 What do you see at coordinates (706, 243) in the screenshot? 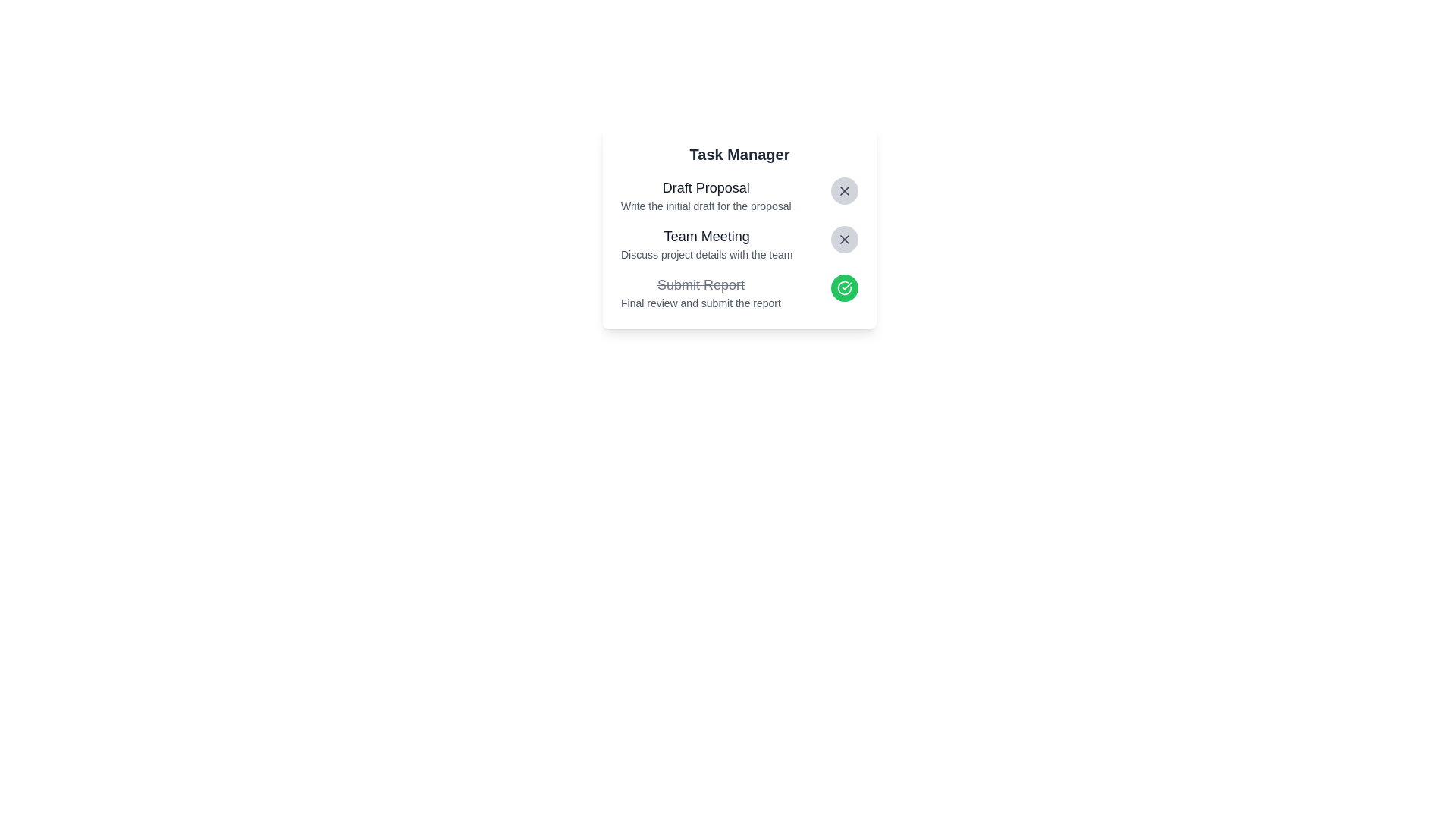
I see `the text label that displays 'Team Meeting' and 'Discuss project details with the team', which is located below 'Draft Proposal' and above 'Submit Report'` at bounding box center [706, 243].